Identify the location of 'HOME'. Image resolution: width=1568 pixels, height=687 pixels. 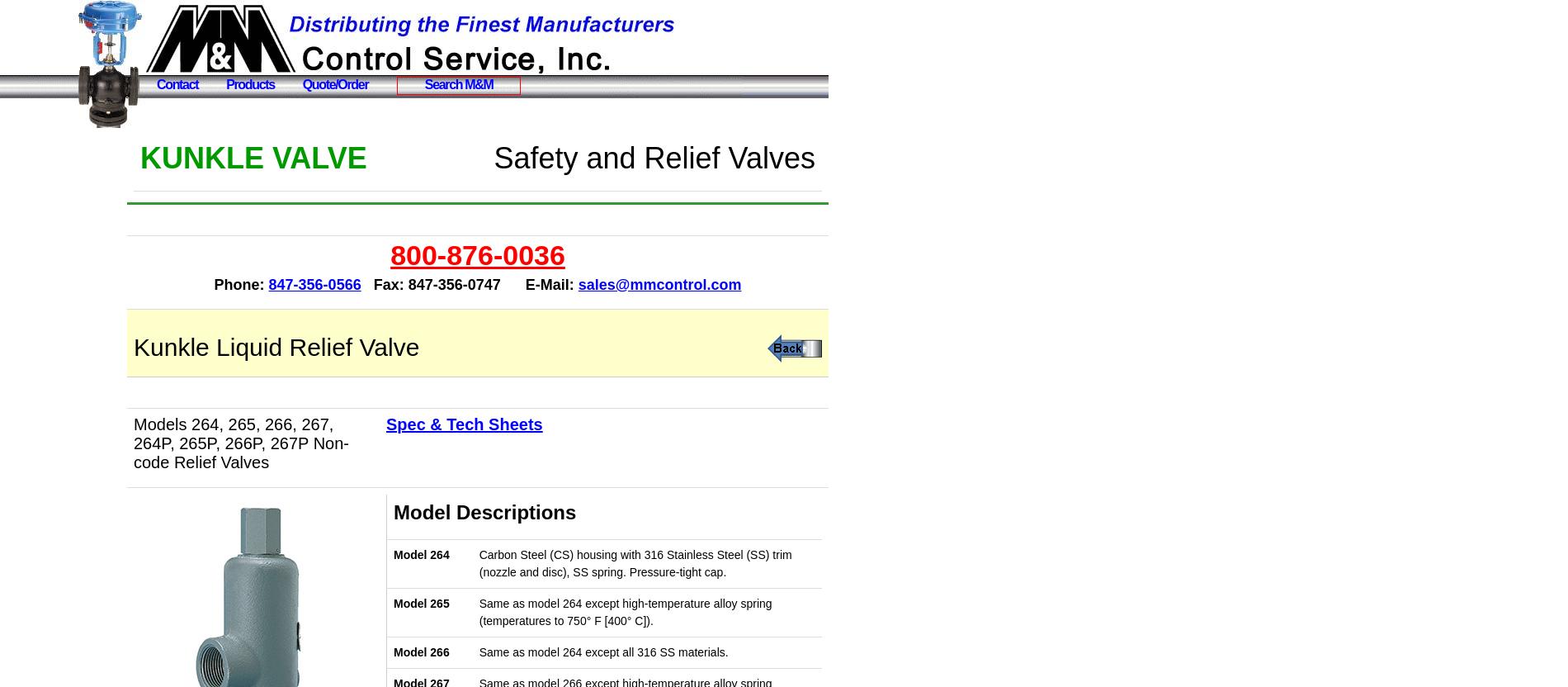
(44, 141).